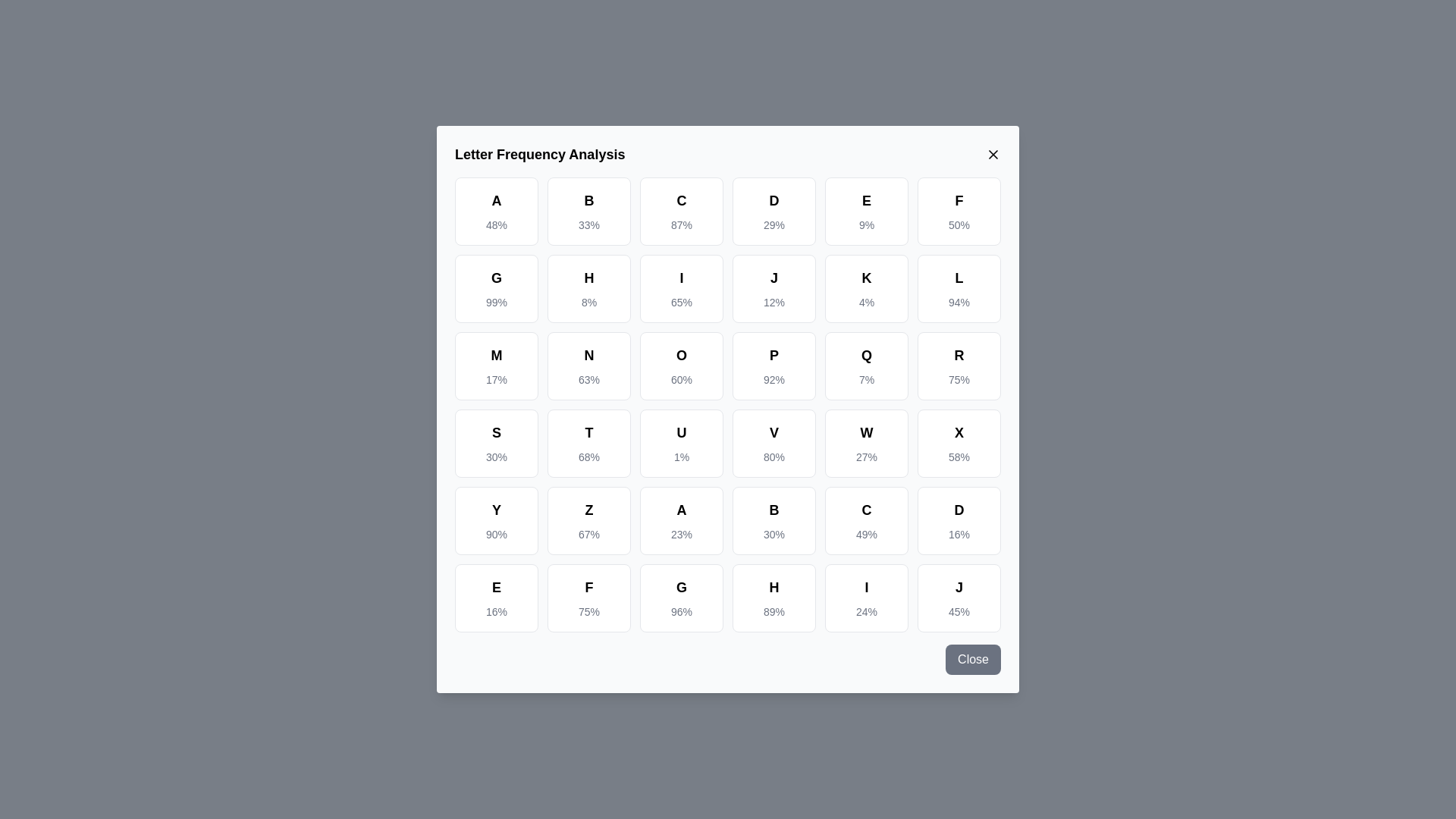 The height and width of the screenshot is (819, 1456). Describe the element at coordinates (993, 155) in the screenshot. I see `the 'X' button in the header of the dialog to close it` at that location.